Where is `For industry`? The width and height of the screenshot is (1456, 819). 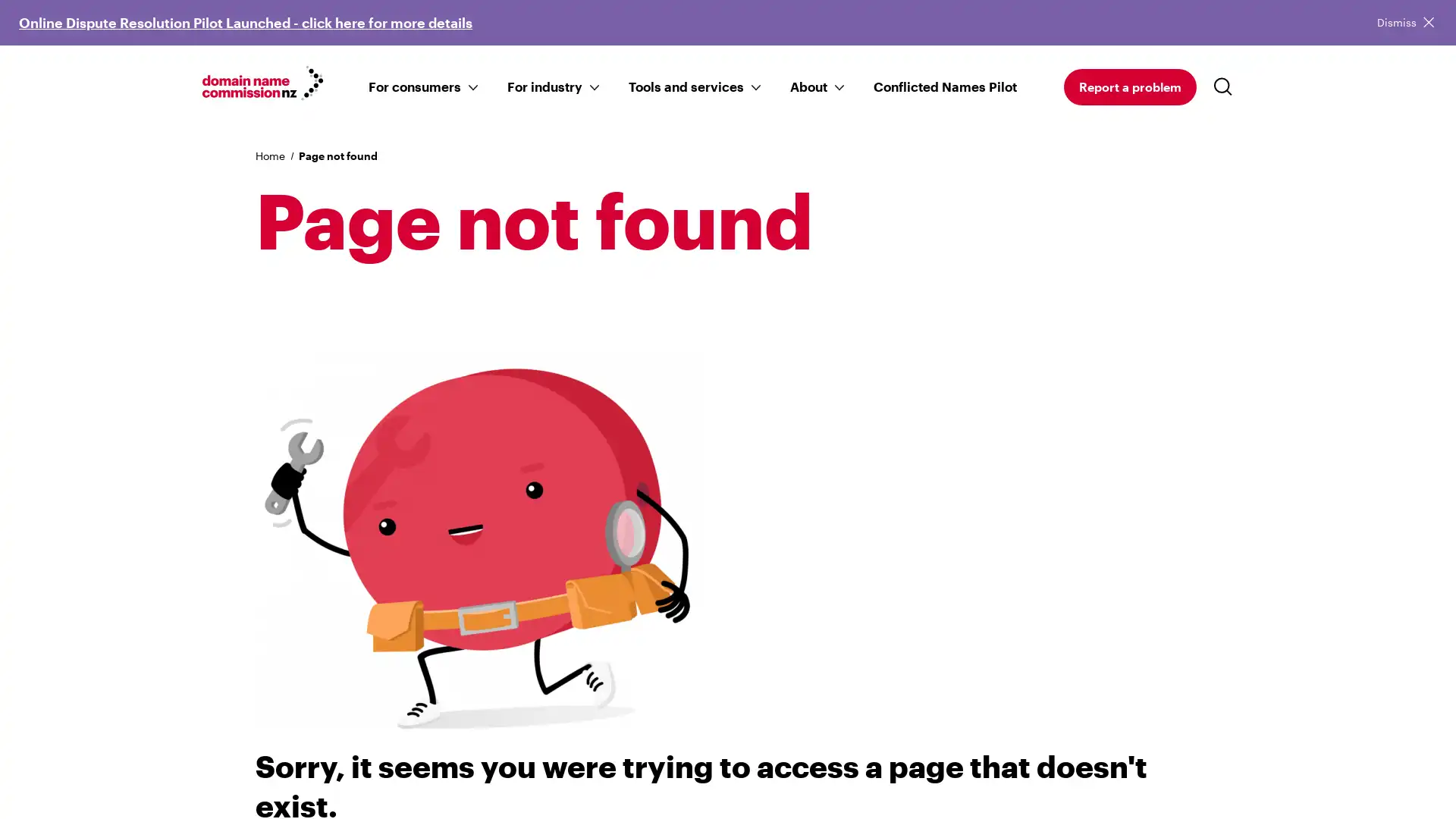 For industry is located at coordinates (544, 84).